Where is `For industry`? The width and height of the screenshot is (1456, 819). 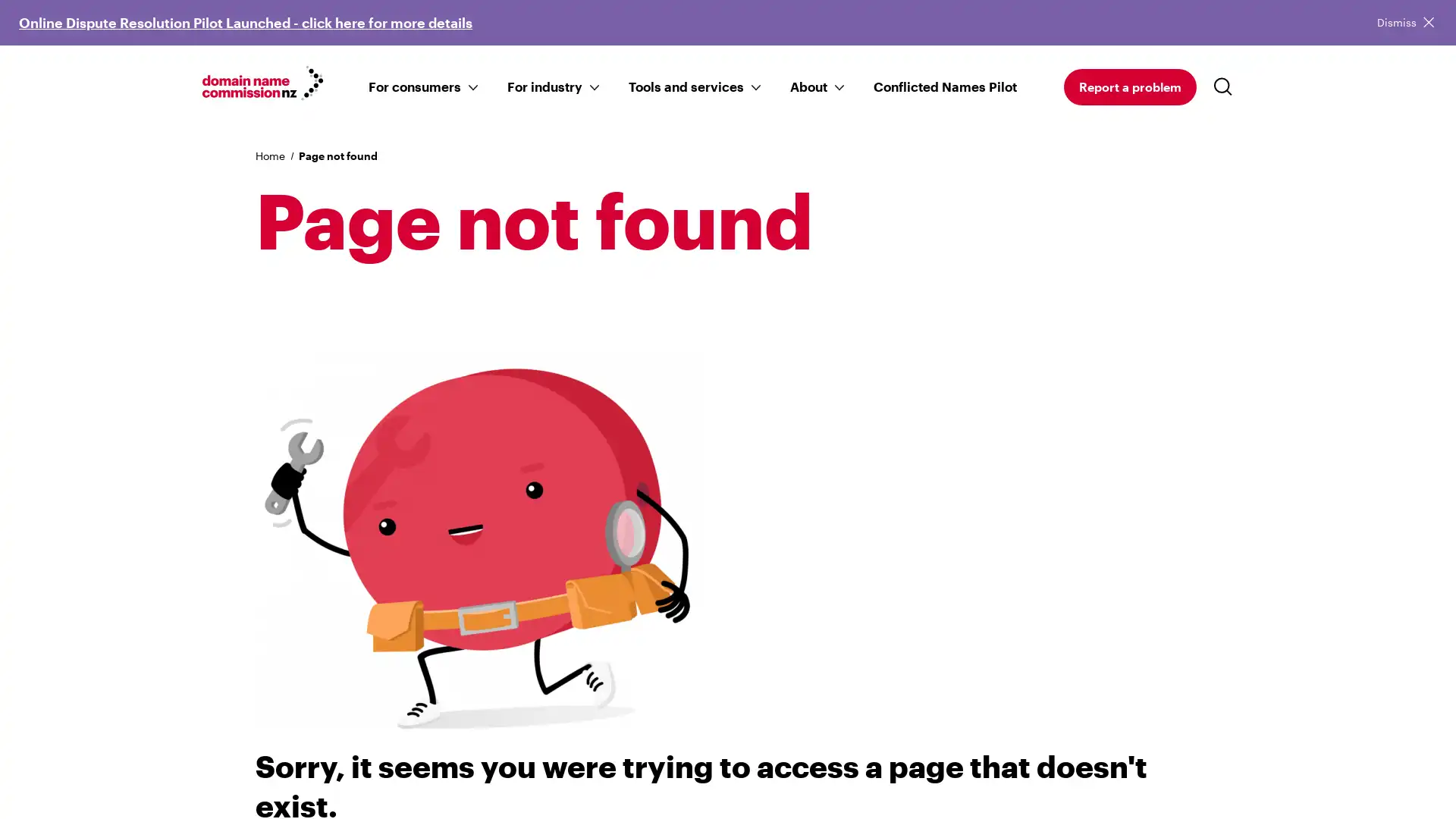 For industry is located at coordinates (544, 84).